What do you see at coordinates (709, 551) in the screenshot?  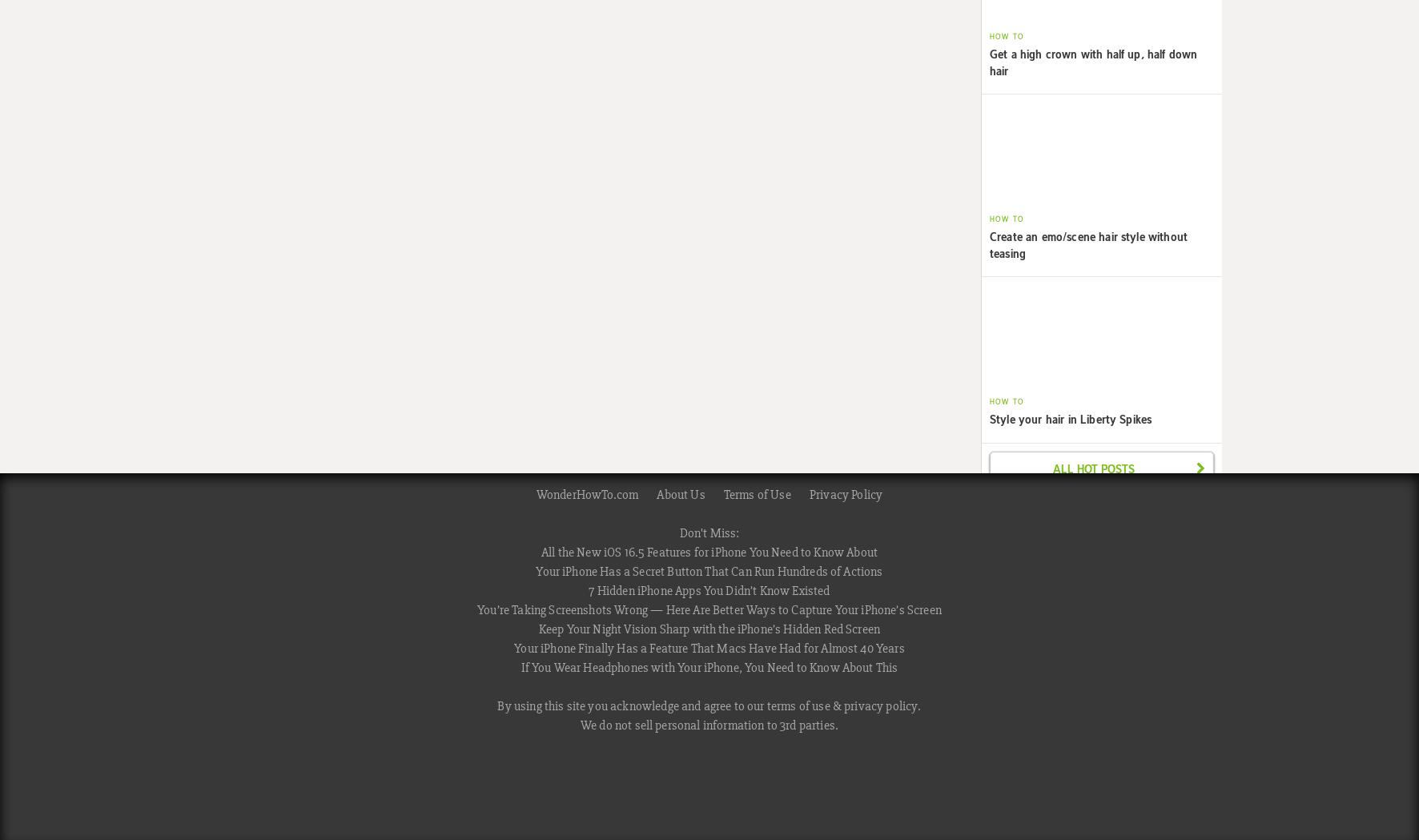 I see `'All the New iOS 16.5 Features for iPhone You Need to Know About'` at bounding box center [709, 551].